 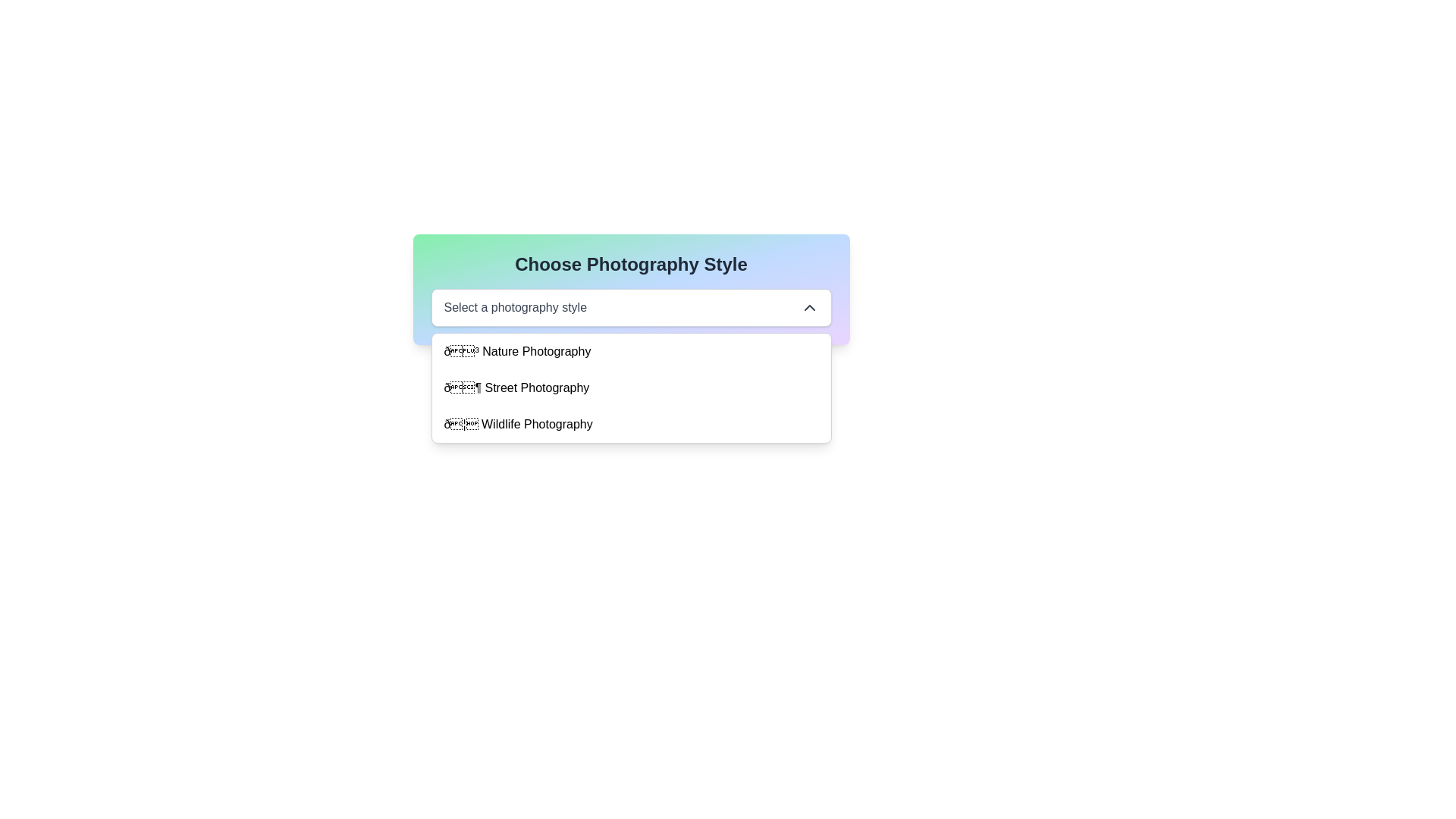 I want to click on the 'Wildlife Photography' option in the dropdown menu, so click(x=631, y=424).